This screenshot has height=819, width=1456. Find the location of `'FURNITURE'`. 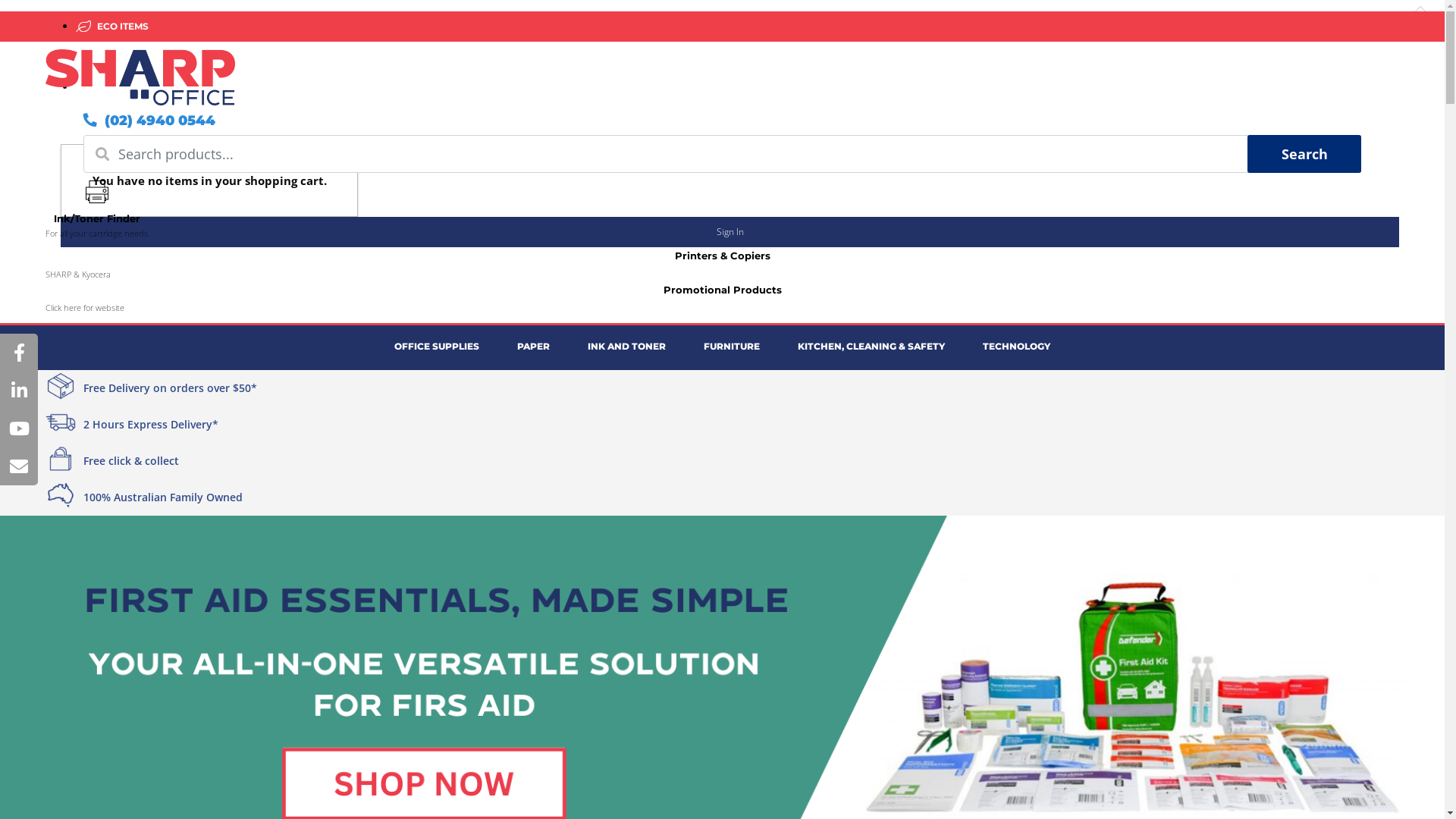

'FURNITURE' is located at coordinates (731, 346).